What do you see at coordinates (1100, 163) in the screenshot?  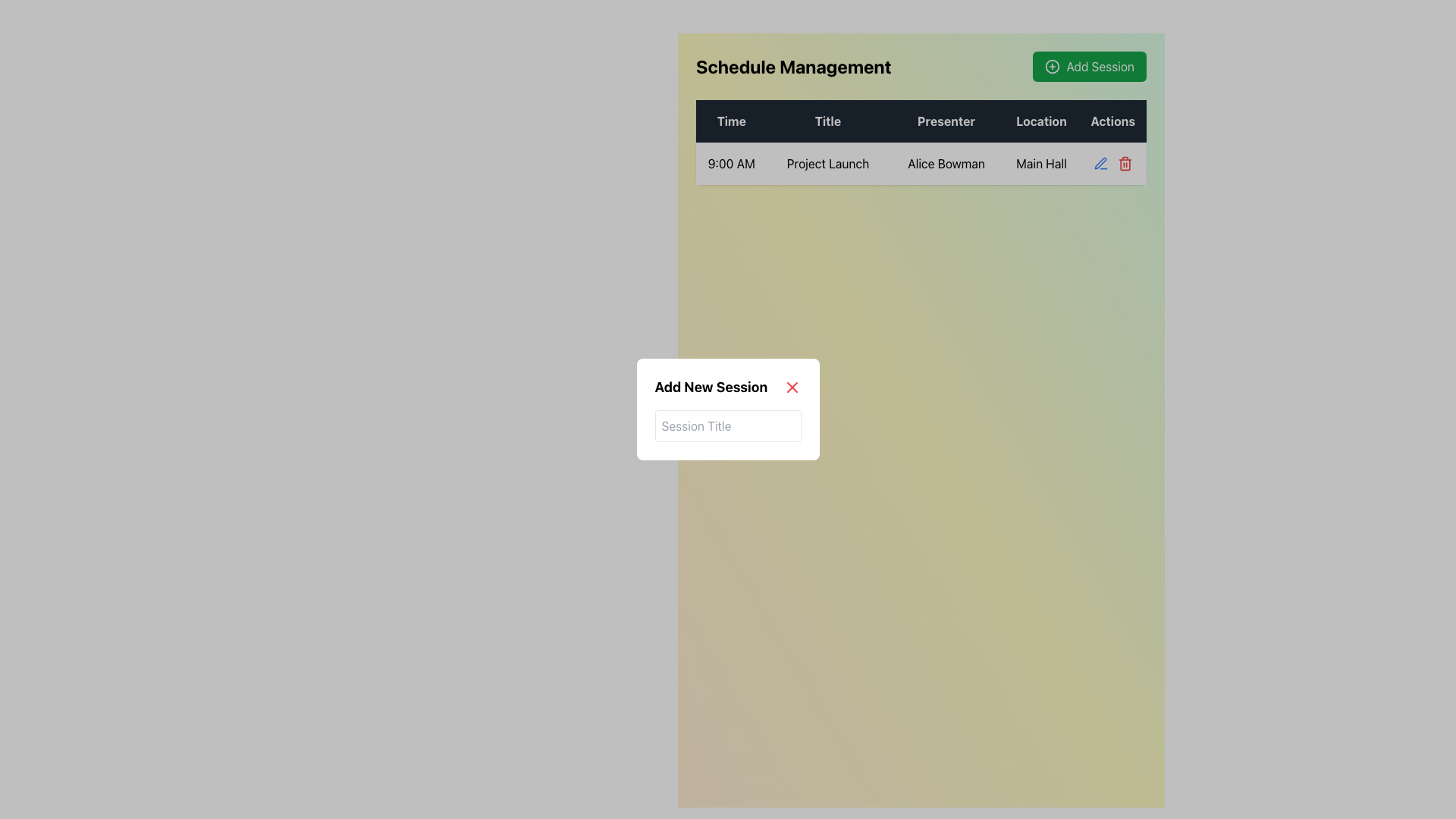 I see `the modern outline pen icon located at the top right of the Actions column in the session schedule table` at bounding box center [1100, 163].